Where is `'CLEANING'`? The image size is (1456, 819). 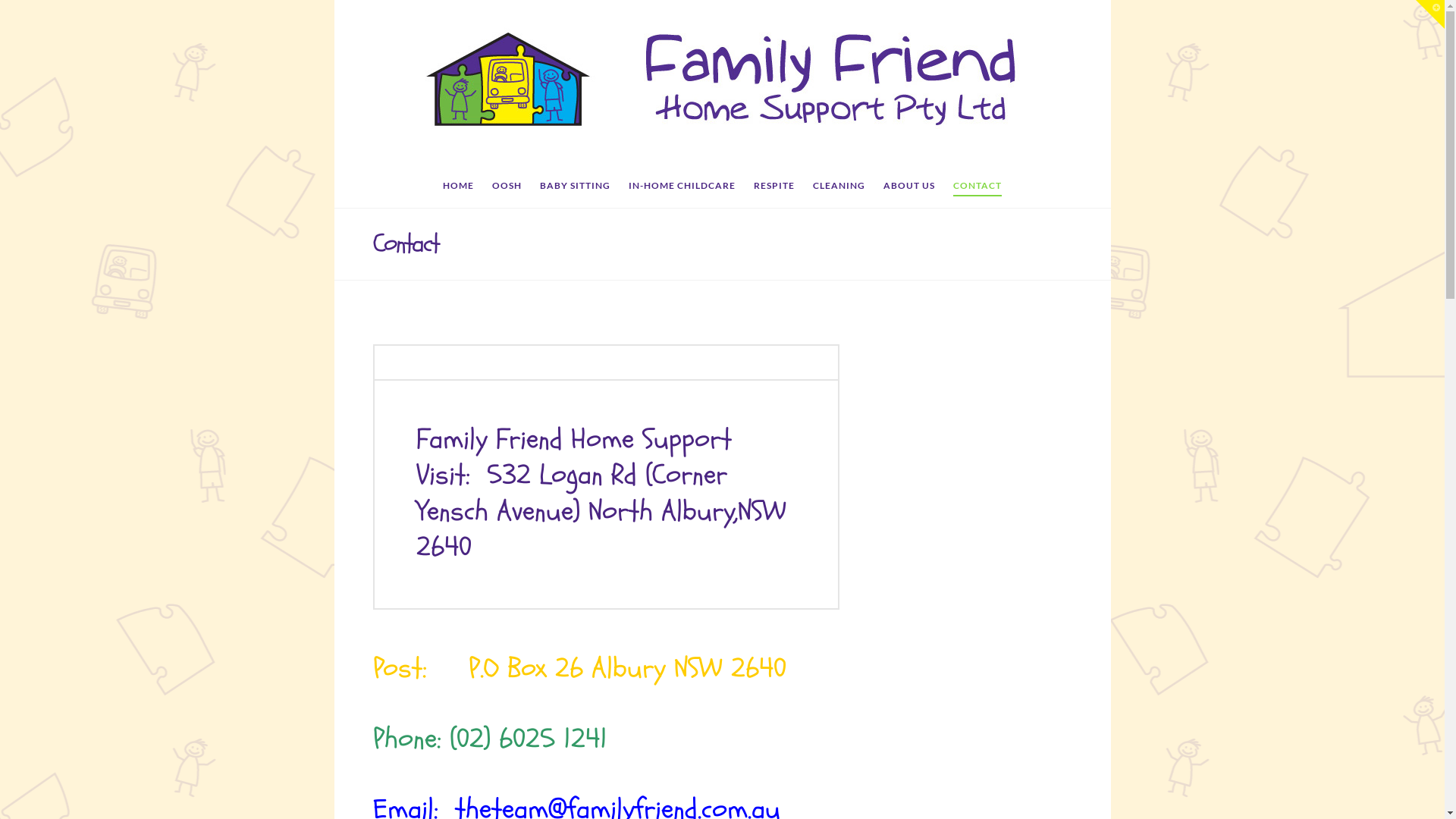 'CLEANING' is located at coordinates (838, 188).